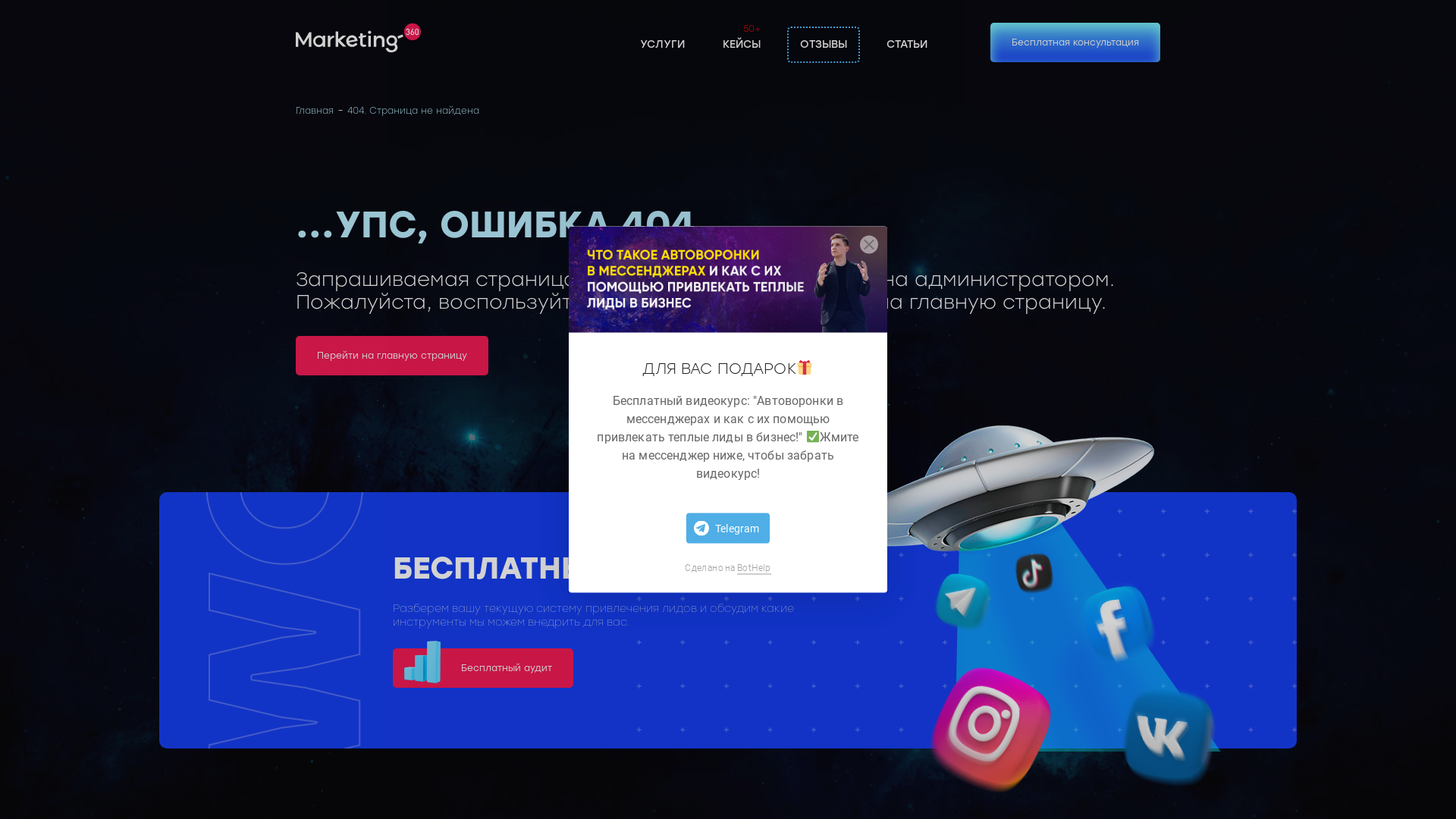  What do you see at coordinates (754, 567) in the screenshot?
I see `'BotHelp'` at bounding box center [754, 567].